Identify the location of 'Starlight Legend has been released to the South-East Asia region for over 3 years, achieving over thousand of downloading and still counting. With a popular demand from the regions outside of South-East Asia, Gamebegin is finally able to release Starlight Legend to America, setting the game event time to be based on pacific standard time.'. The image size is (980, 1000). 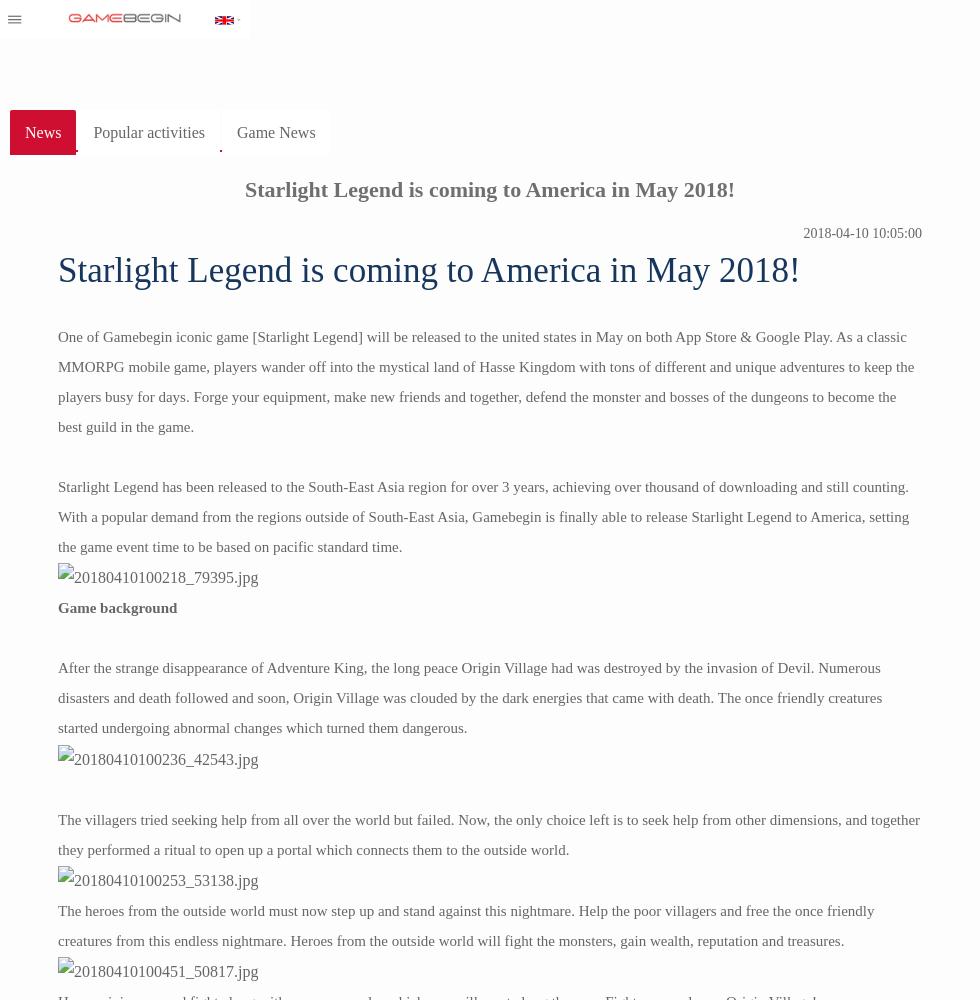
(483, 517).